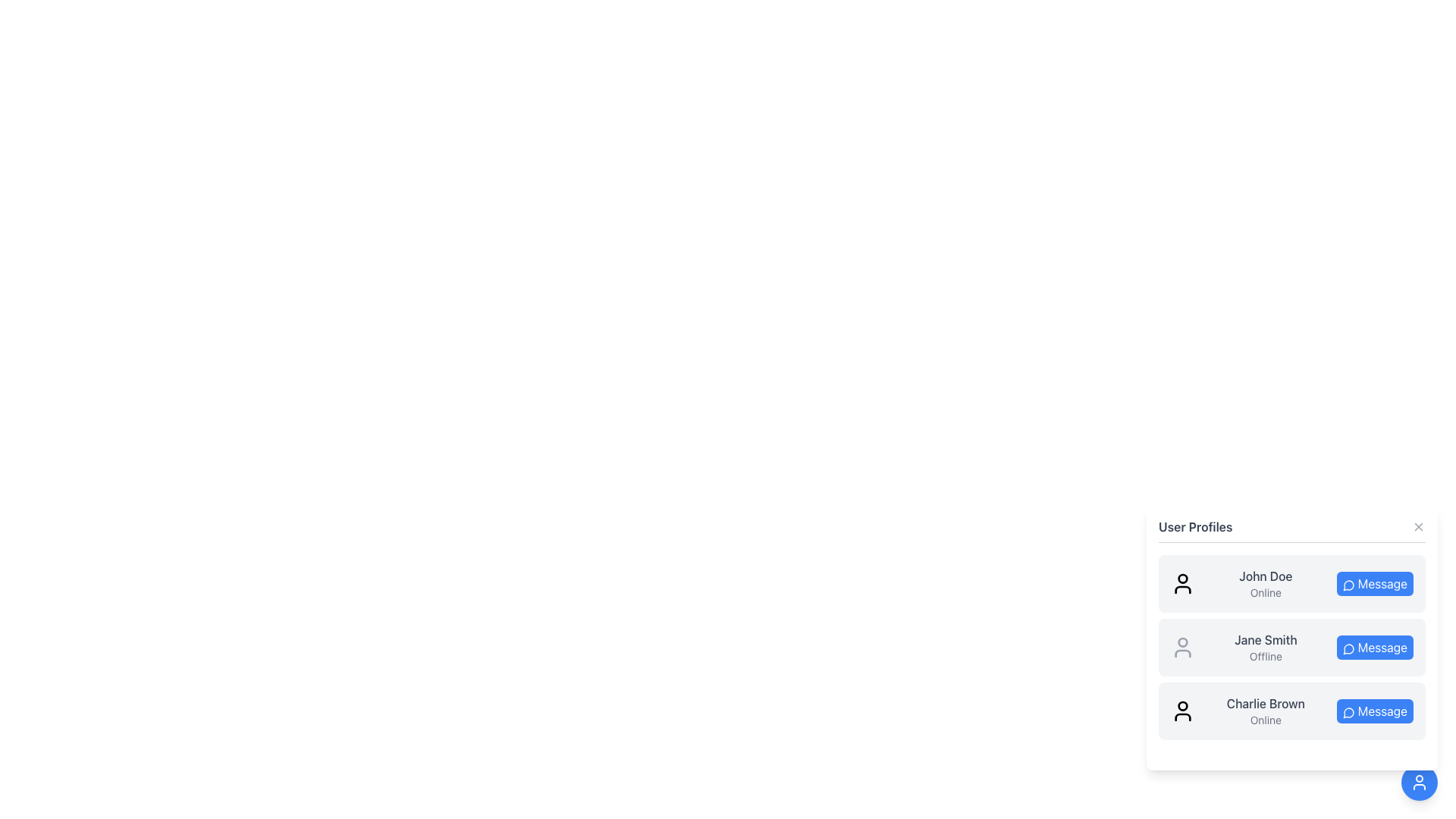 This screenshot has width=1456, height=819. What do you see at coordinates (1348, 585) in the screenshot?
I see `the 'Message' button icon with a chat symbol located in the user profiles section, which is part of the first user's card at the specified coordinates` at bounding box center [1348, 585].